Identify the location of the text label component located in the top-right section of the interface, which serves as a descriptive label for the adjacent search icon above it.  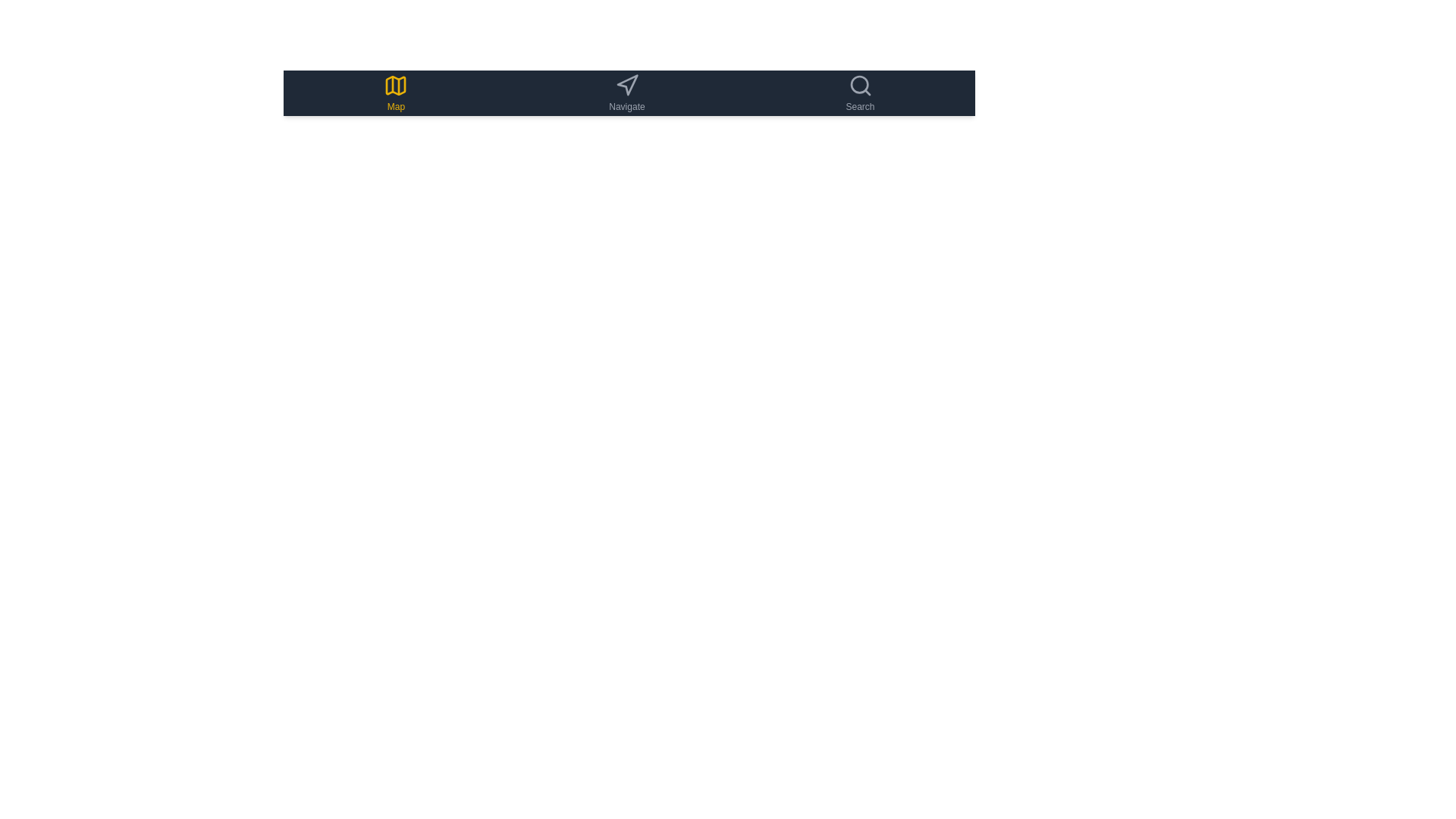
(860, 106).